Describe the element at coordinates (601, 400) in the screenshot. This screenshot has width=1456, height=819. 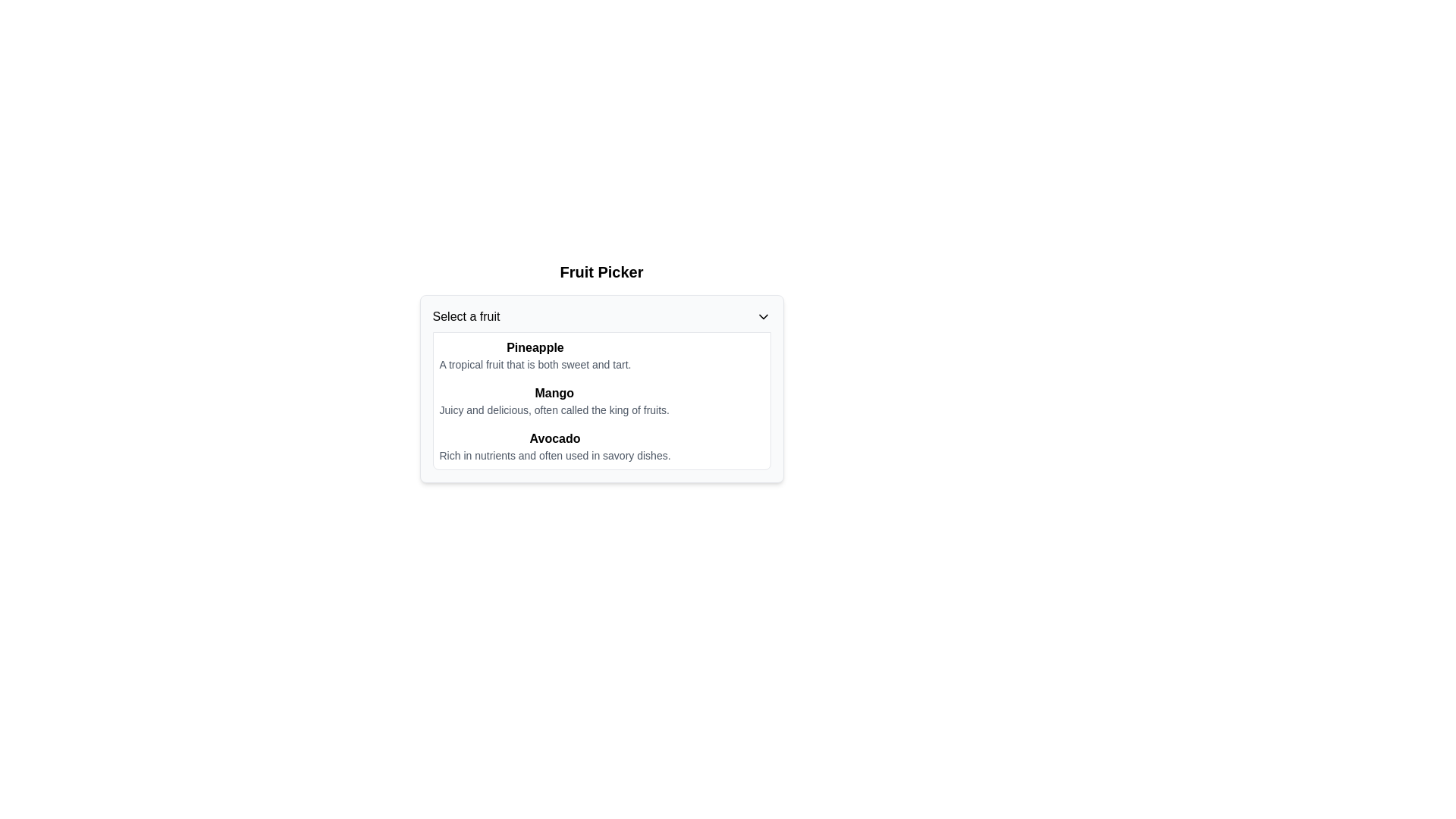
I see `the Dropdown List Section that contains three rows listing fruits with their descriptions, positioned below the 'Select a fruit' label` at that location.